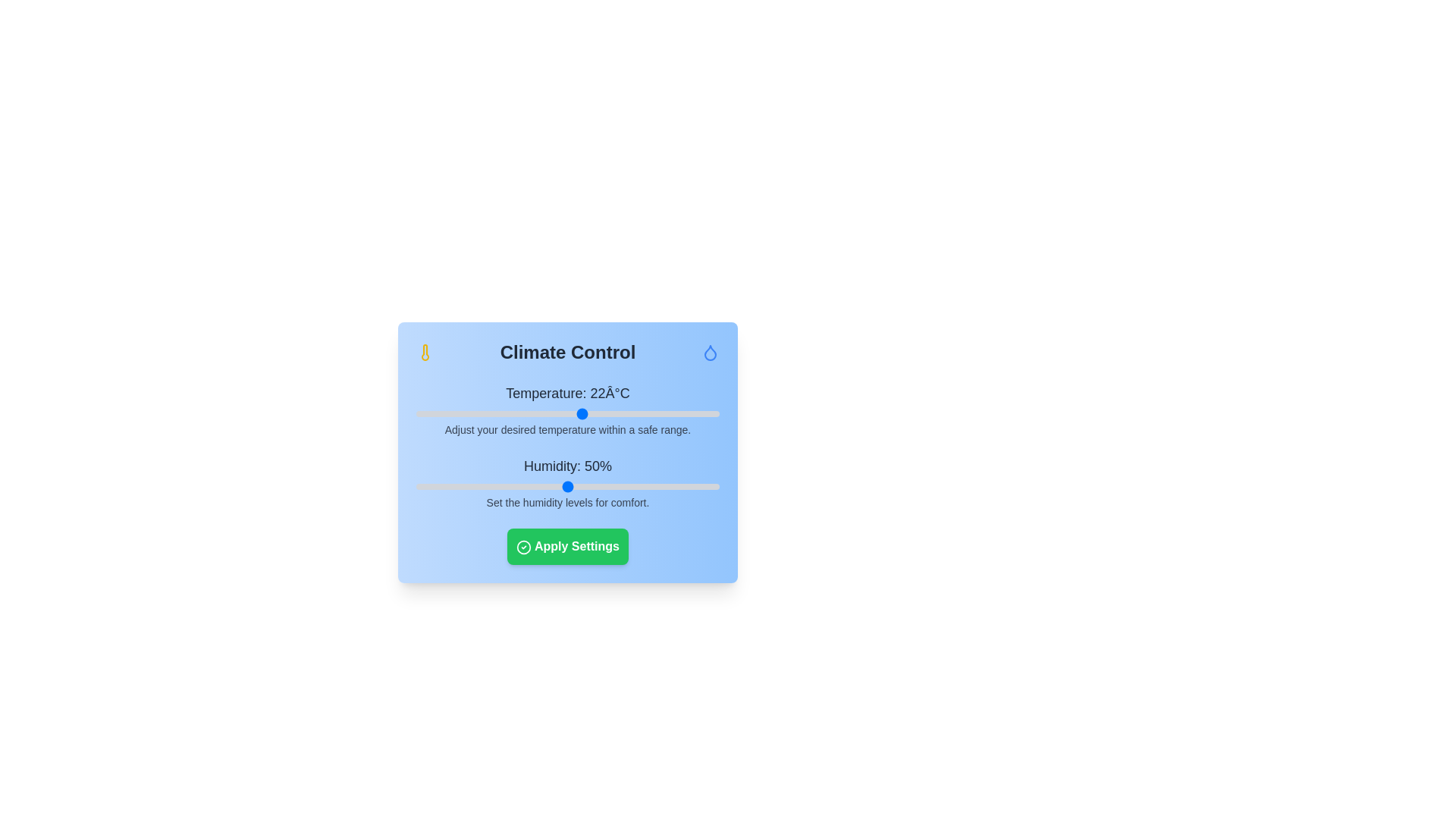 Image resolution: width=1456 pixels, height=819 pixels. I want to click on the temperature, so click(574, 414).